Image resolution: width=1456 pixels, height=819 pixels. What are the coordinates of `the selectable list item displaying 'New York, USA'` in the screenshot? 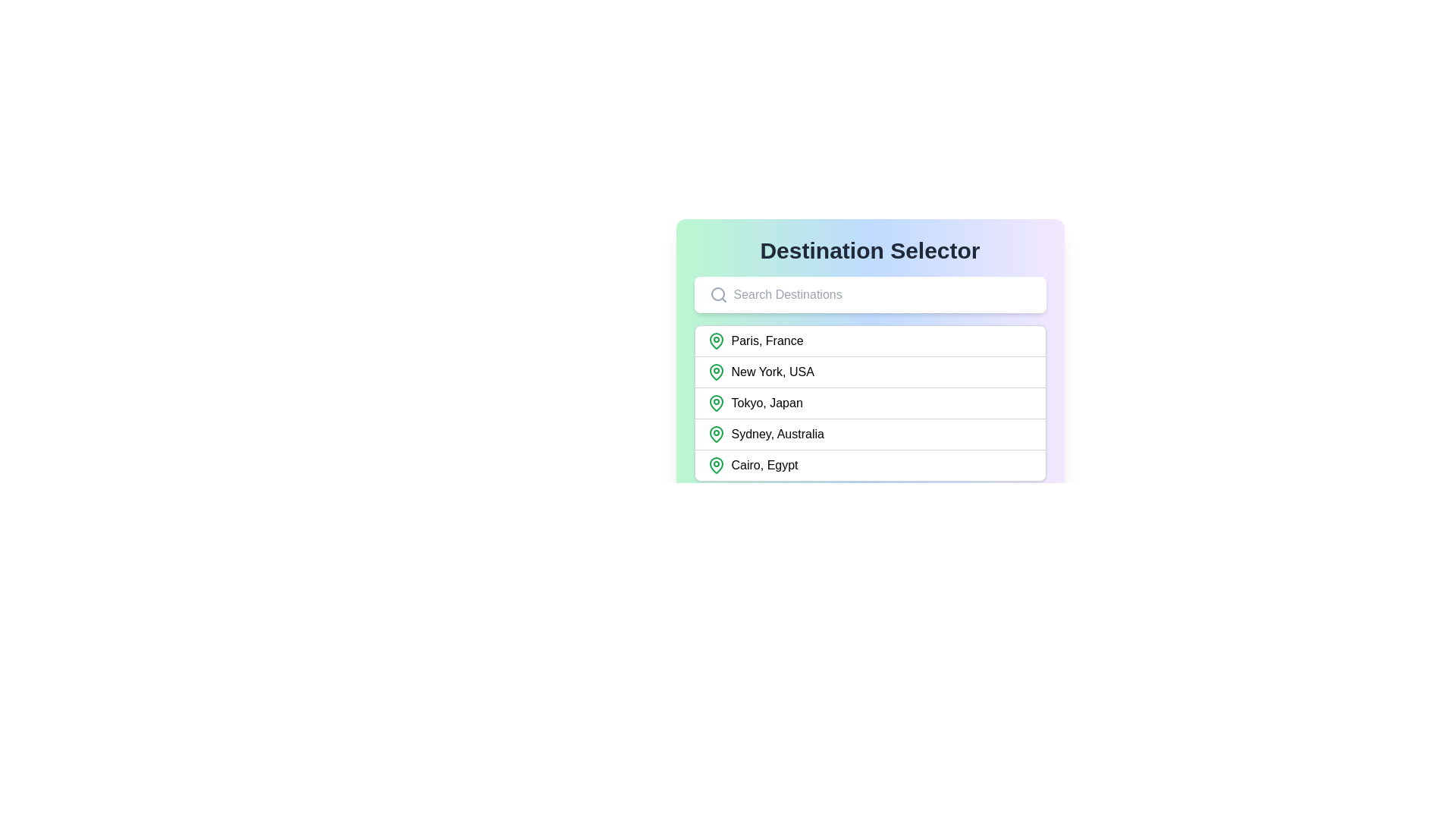 It's located at (870, 372).